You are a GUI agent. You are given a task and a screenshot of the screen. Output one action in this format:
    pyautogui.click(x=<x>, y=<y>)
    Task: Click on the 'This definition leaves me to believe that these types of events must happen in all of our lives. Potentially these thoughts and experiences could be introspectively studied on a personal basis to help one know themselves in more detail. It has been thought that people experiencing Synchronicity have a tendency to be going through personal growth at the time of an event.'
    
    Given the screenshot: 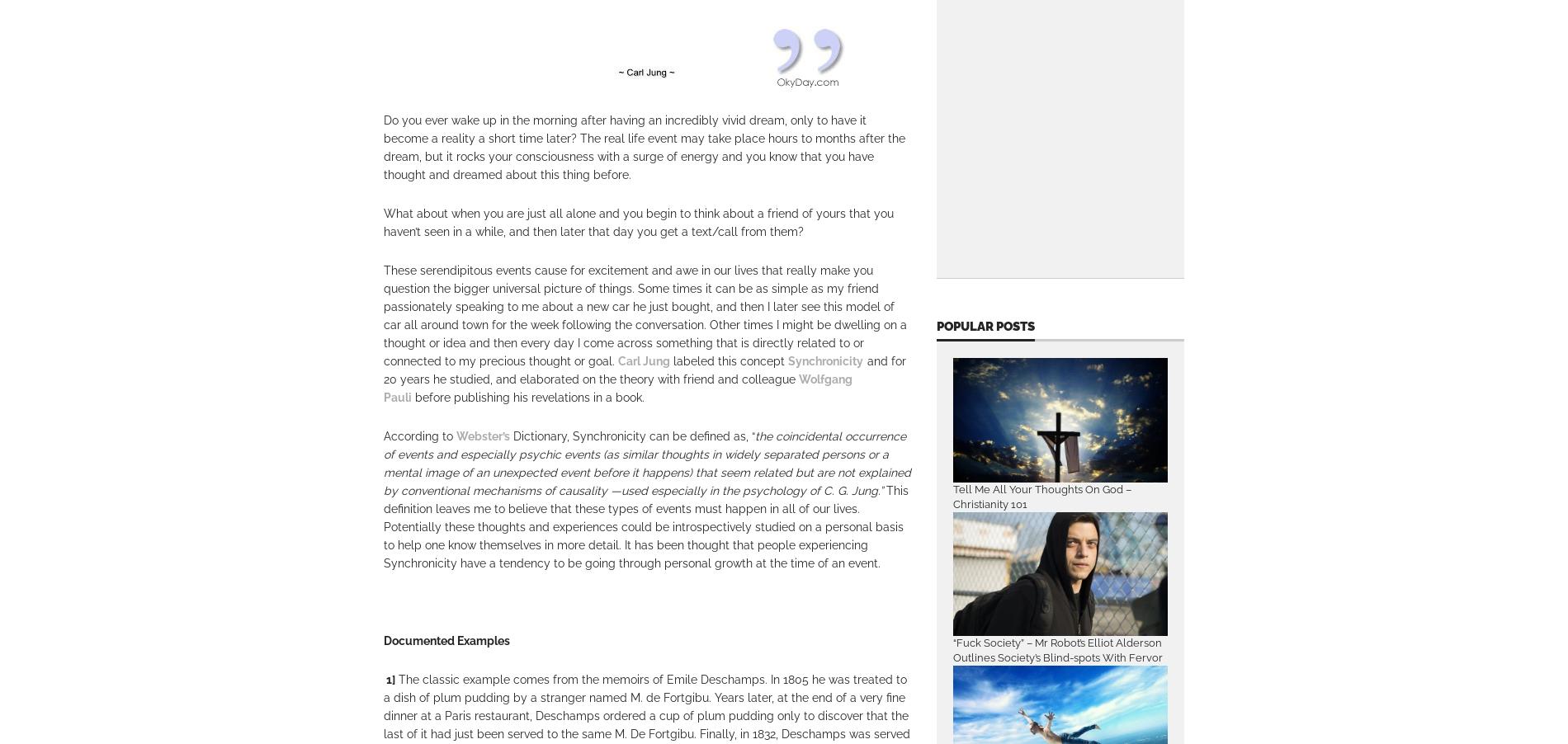 What is the action you would take?
    pyautogui.click(x=645, y=525)
    